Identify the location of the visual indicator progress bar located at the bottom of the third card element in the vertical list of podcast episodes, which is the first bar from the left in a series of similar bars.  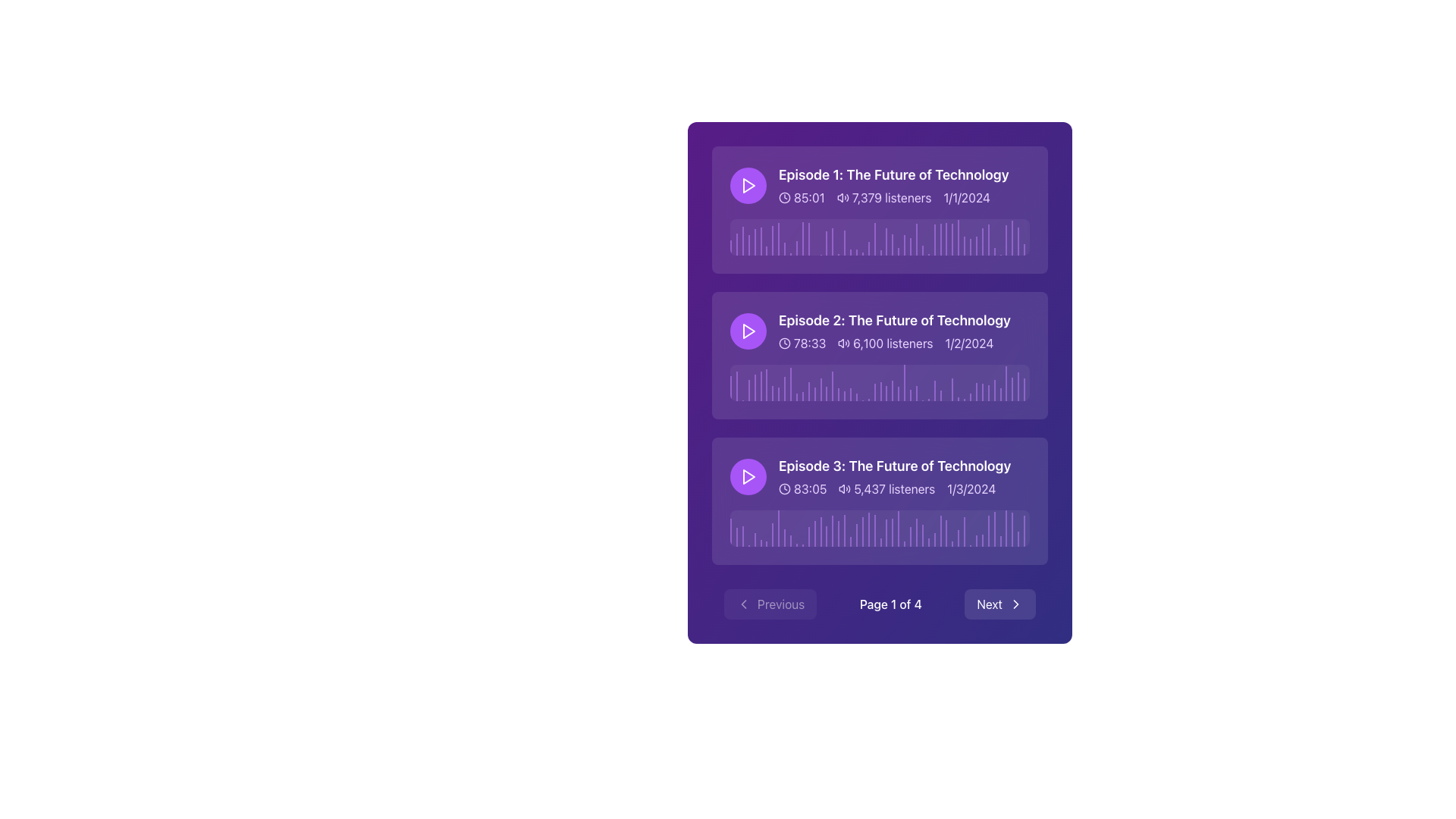
(731, 532).